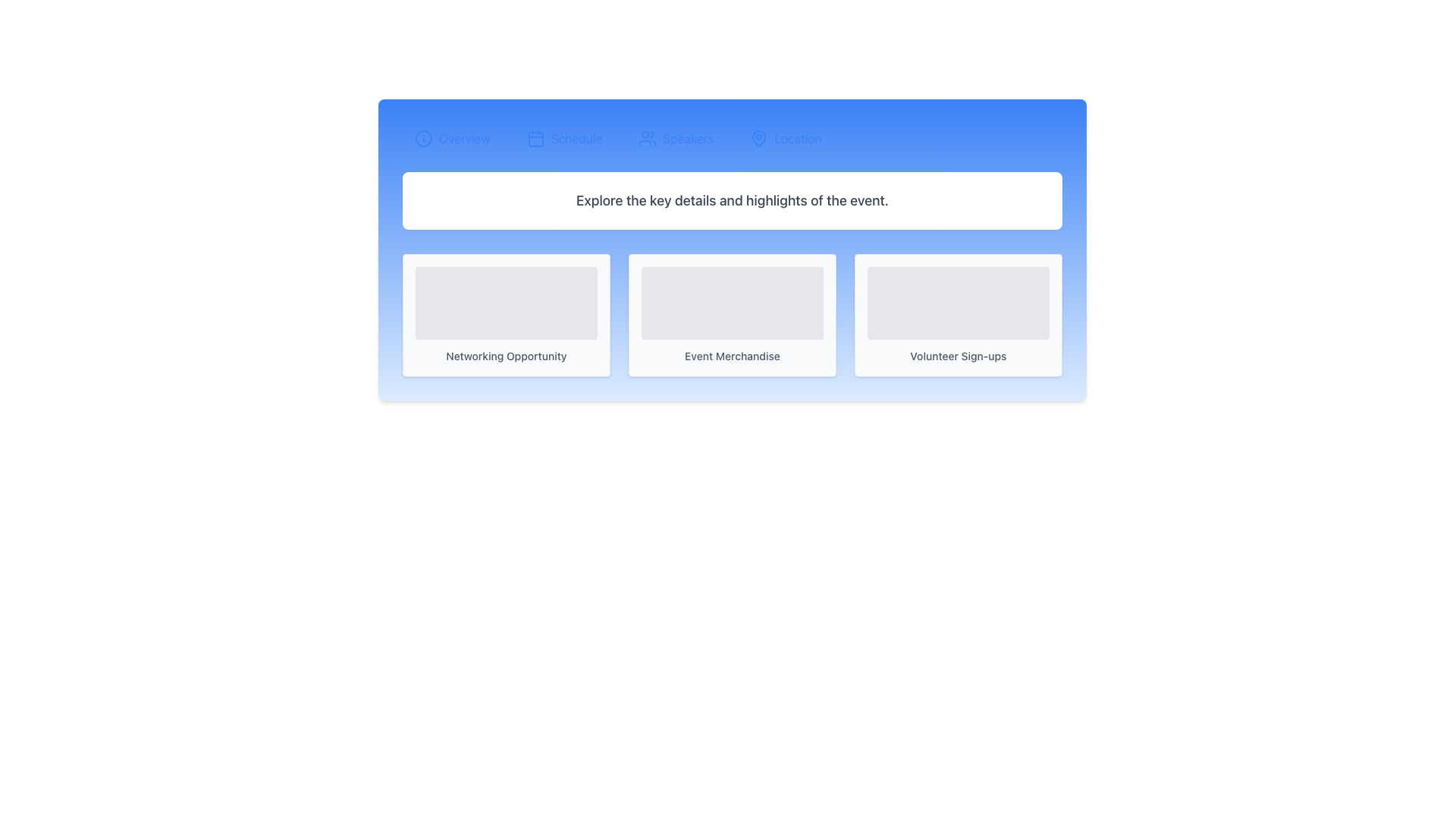 The width and height of the screenshot is (1456, 819). Describe the element at coordinates (563, 138) in the screenshot. I see `the 'Schedule' button` at that location.